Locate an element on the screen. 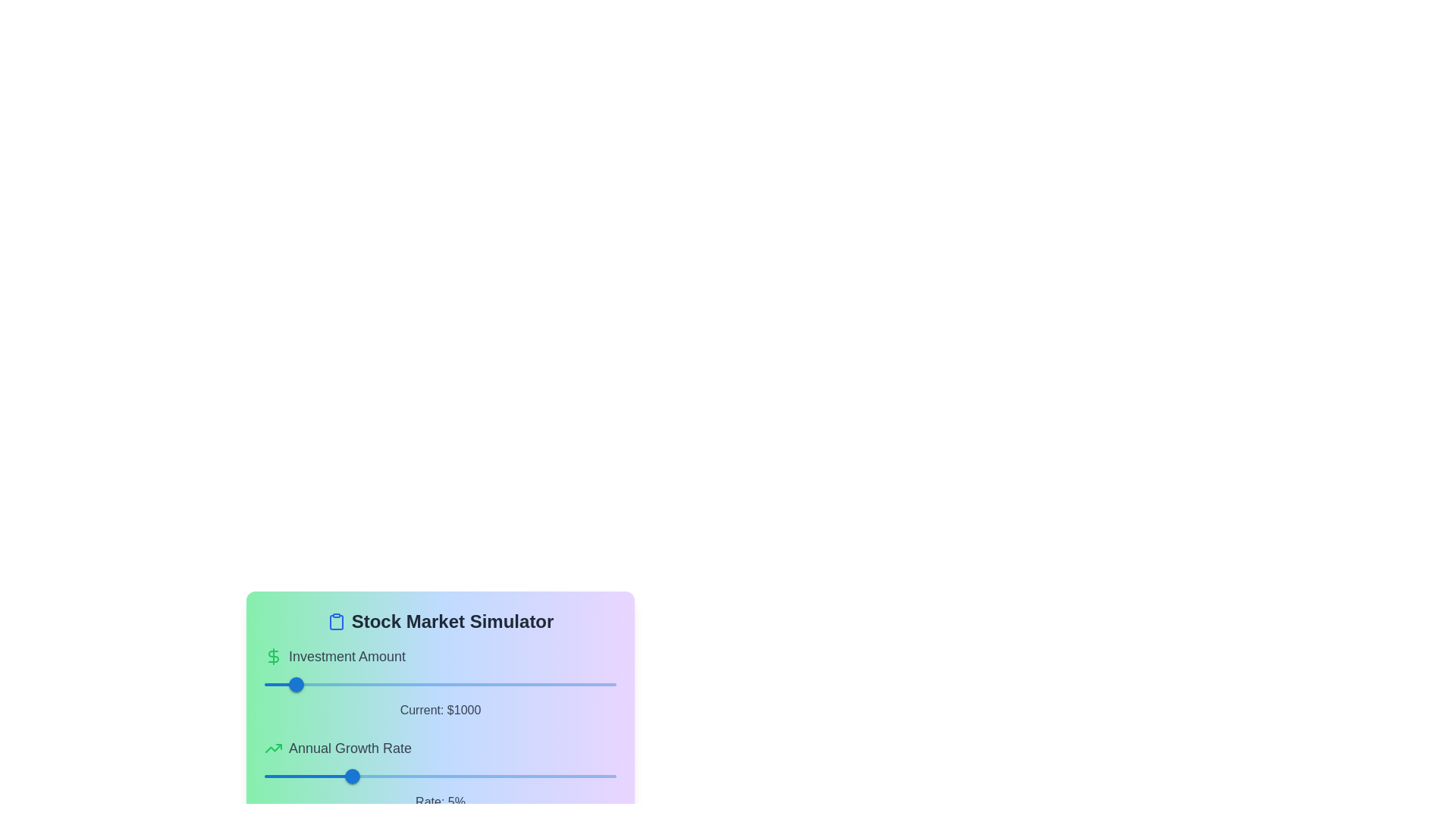 This screenshot has width=1456, height=819. the slider value is located at coordinates (356, 776).